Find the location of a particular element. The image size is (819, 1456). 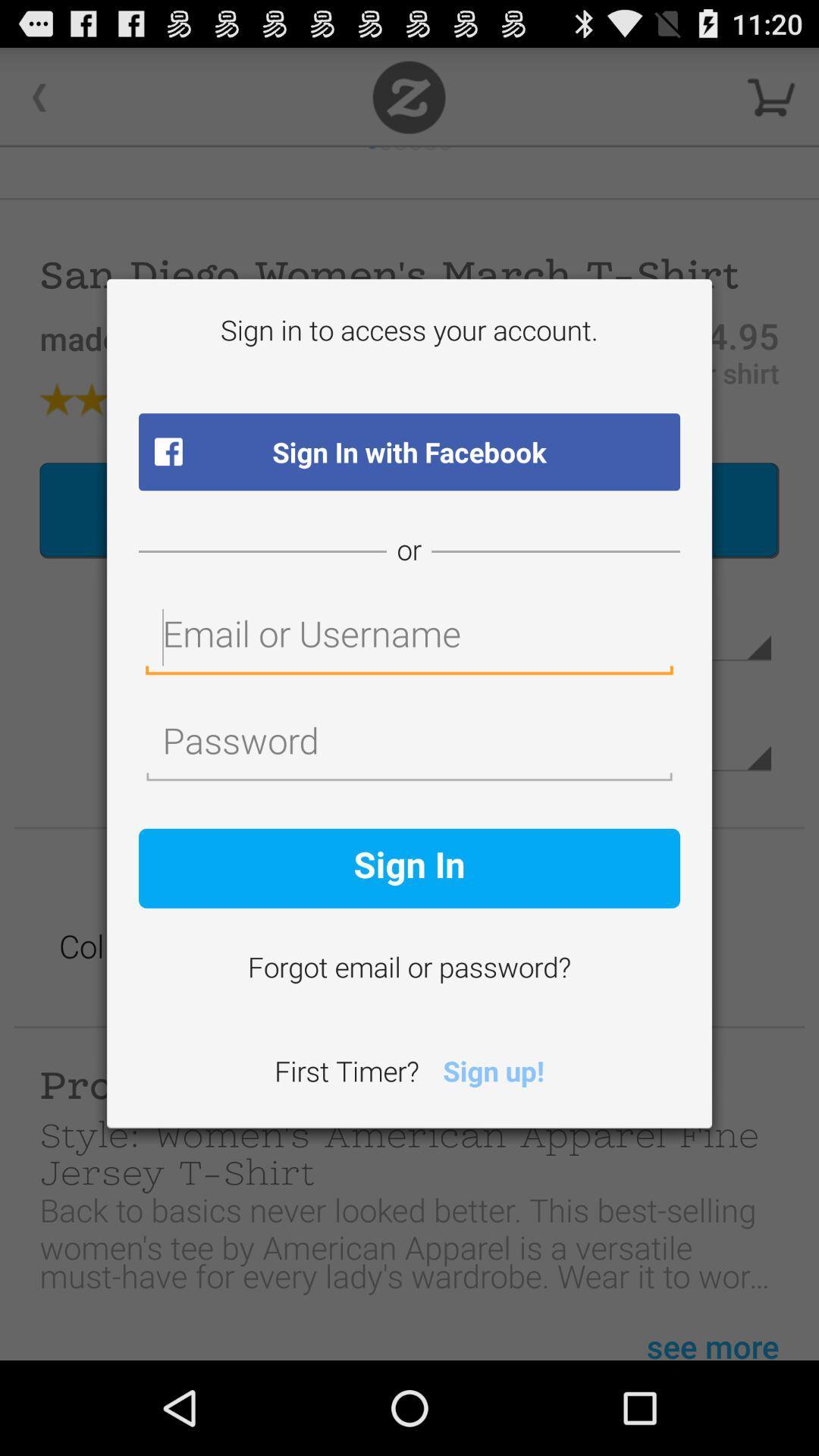

the icon to the right of first timer? icon is located at coordinates (494, 1073).